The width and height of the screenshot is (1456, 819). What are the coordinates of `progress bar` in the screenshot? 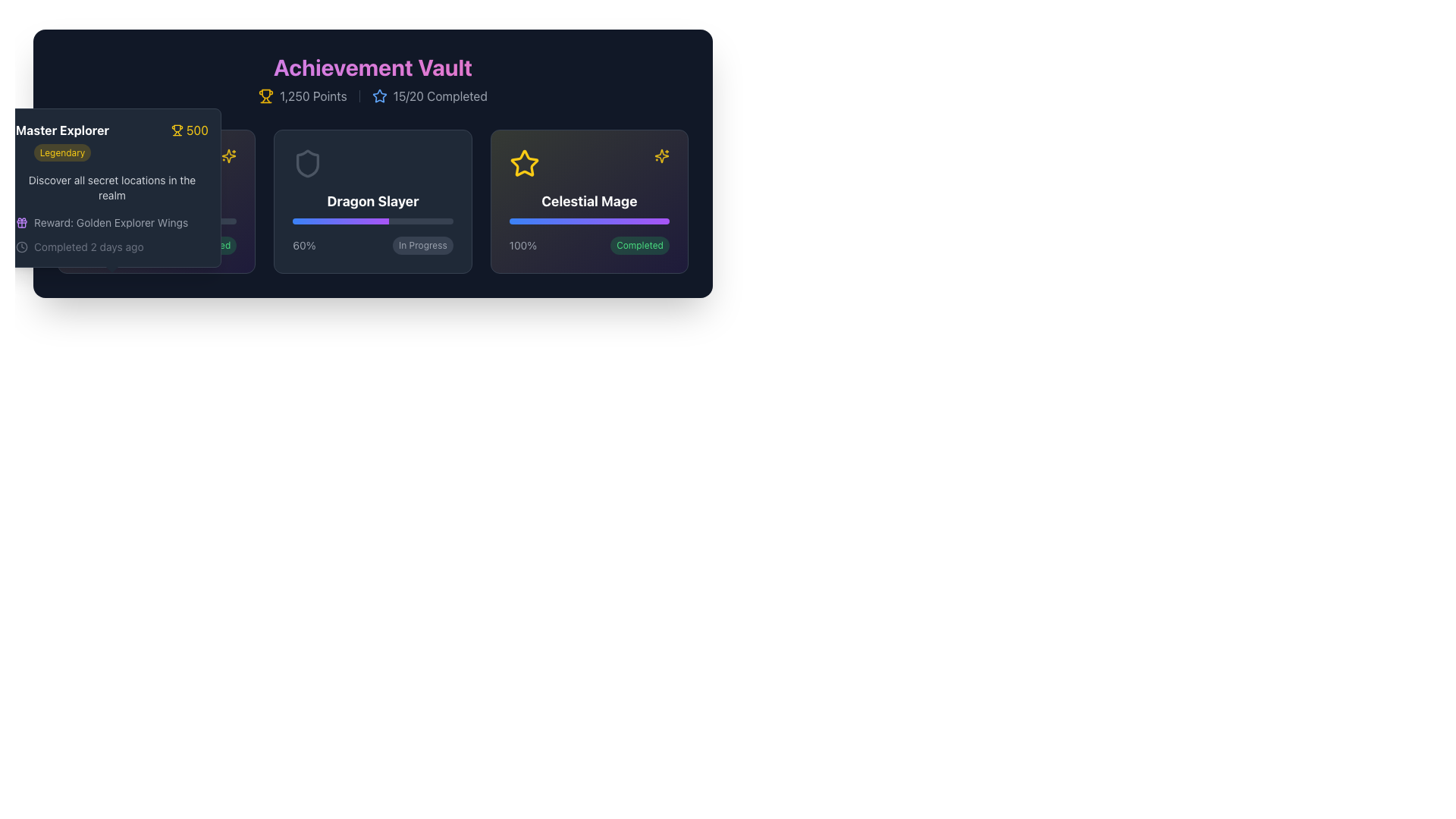 It's located at (339, 221).